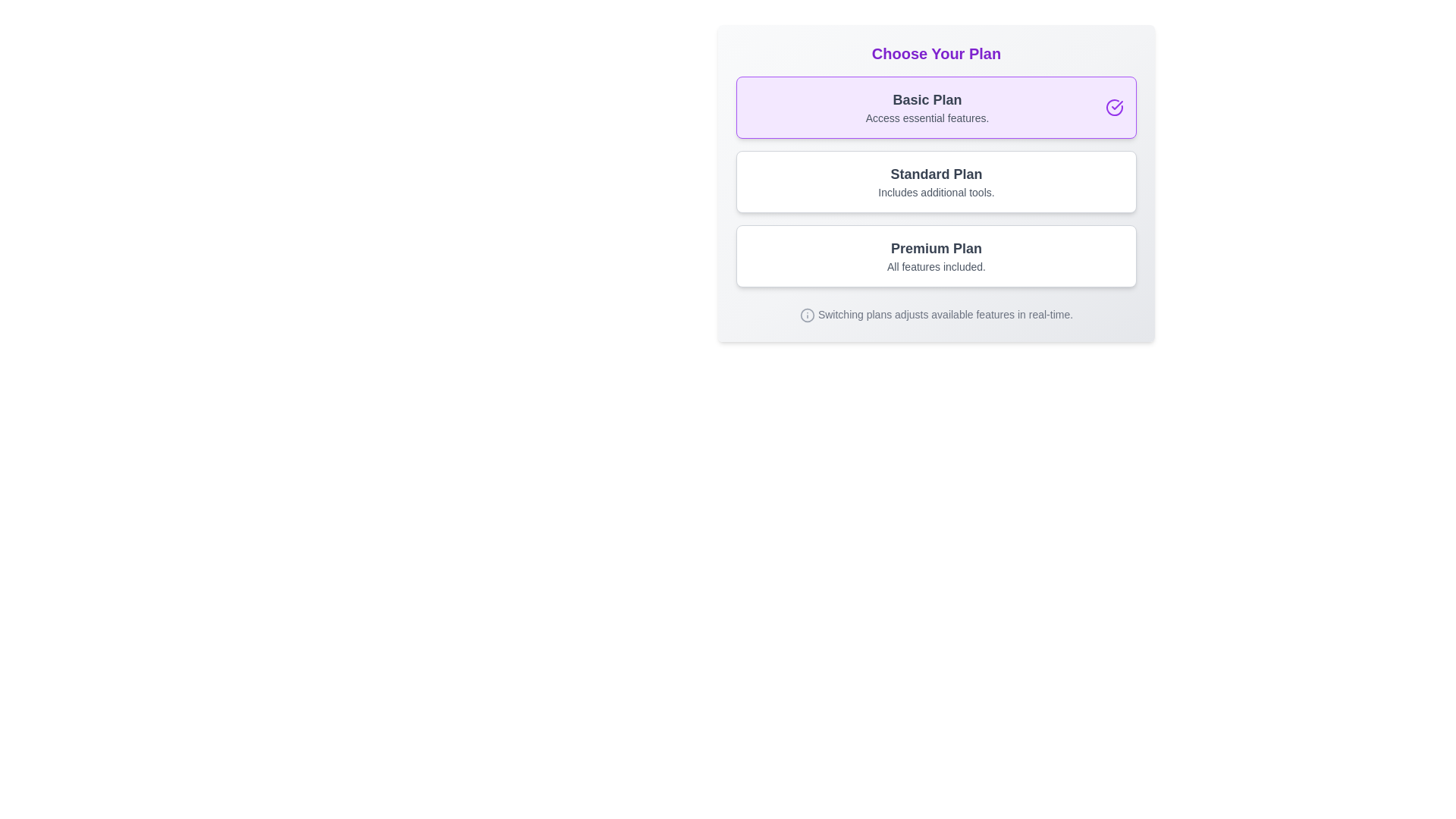 This screenshot has height=819, width=1456. Describe the element at coordinates (1114, 107) in the screenshot. I see `the circular SVG checkmark icon styled in purple, located to the right of the text content for the 'Basic Plan' option, which visually confirms the selection state` at that location.